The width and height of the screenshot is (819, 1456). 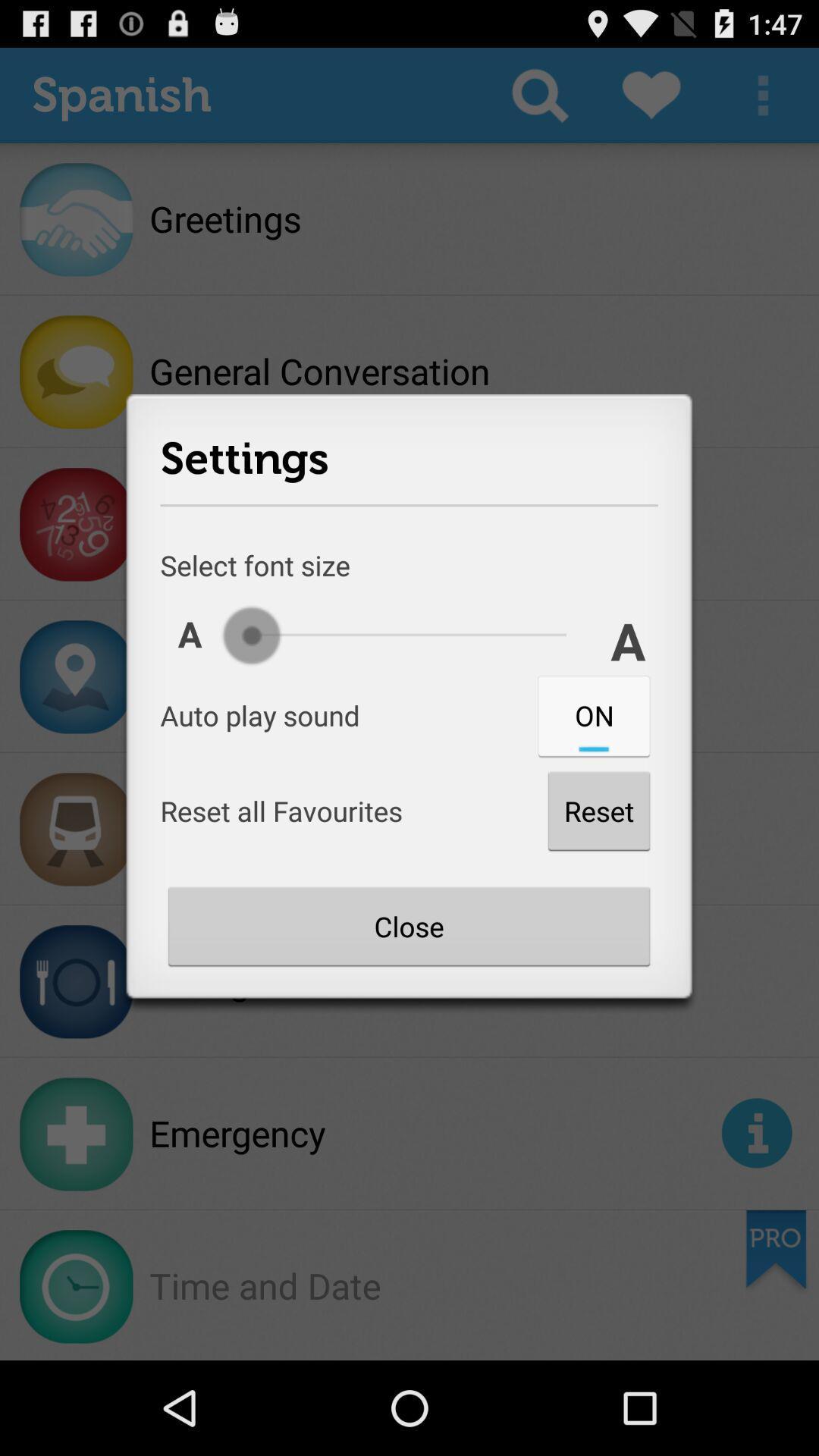 I want to click on button below the reset item, so click(x=408, y=925).